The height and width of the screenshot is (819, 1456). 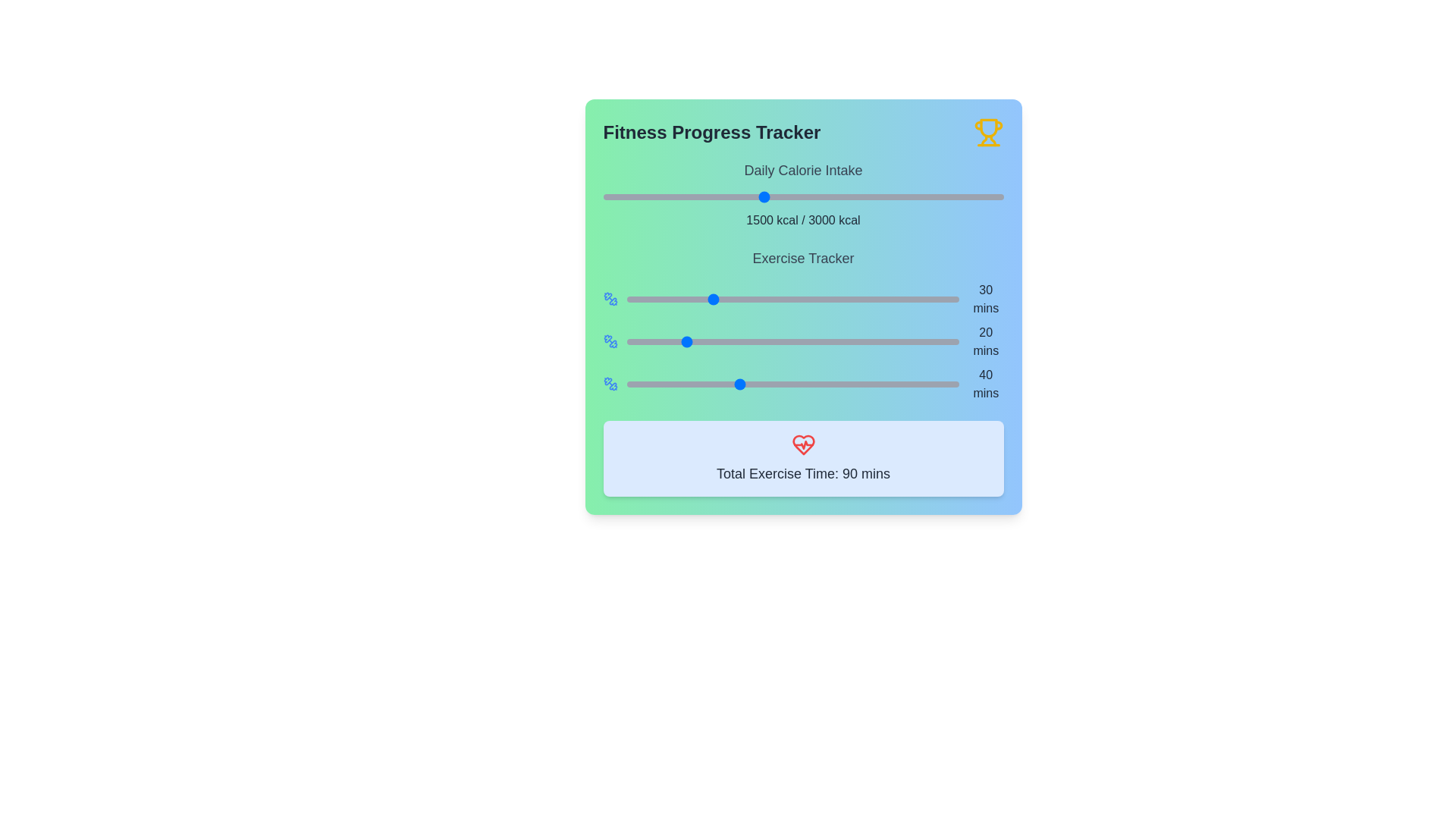 What do you see at coordinates (777, 299) in the screenshot?
I see `the slider value` at bounding box center [777, 299].